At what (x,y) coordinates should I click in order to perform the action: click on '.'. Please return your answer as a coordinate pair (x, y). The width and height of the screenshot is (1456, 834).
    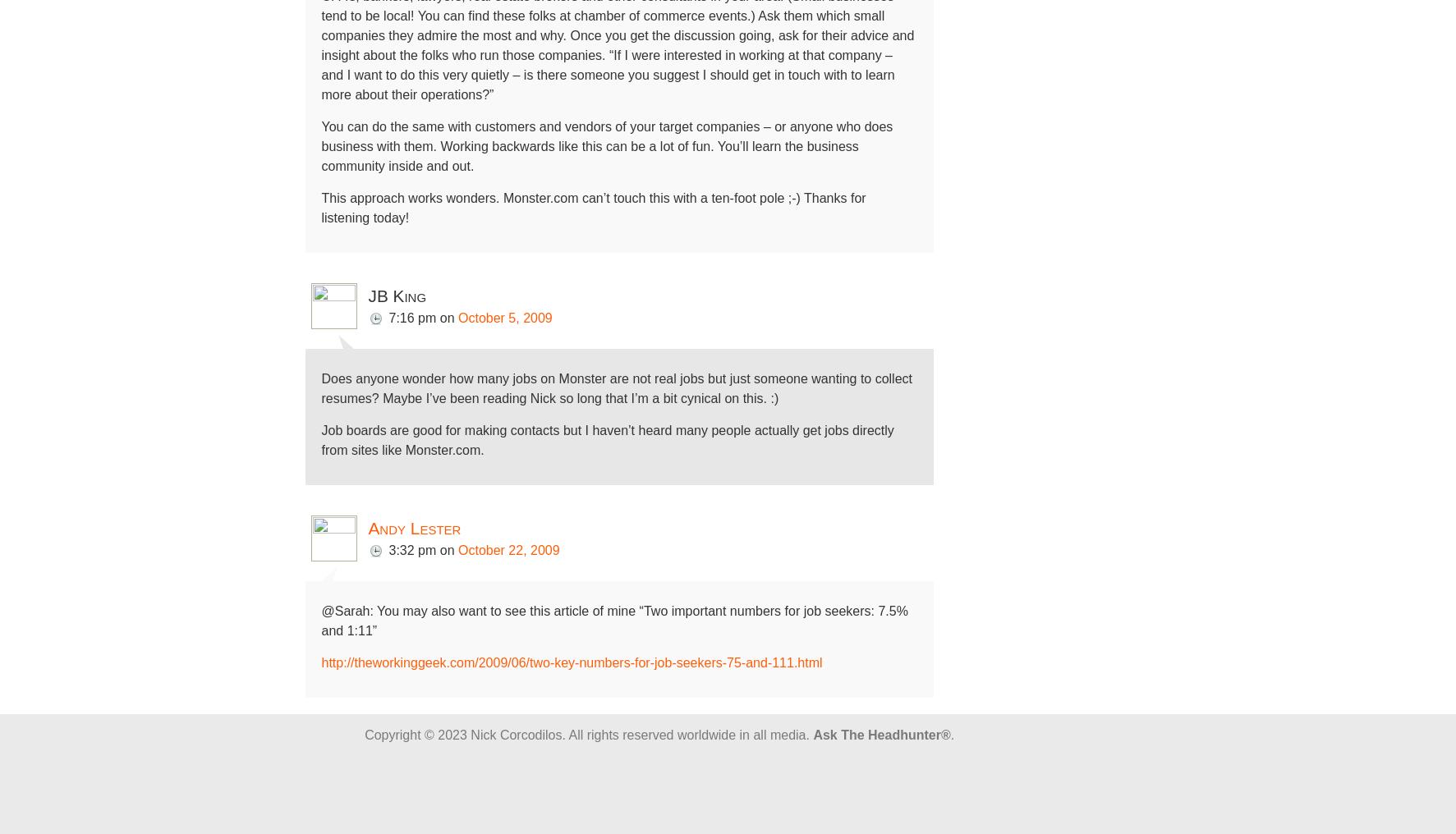
    Looking at the image, I should click on (952, 734).